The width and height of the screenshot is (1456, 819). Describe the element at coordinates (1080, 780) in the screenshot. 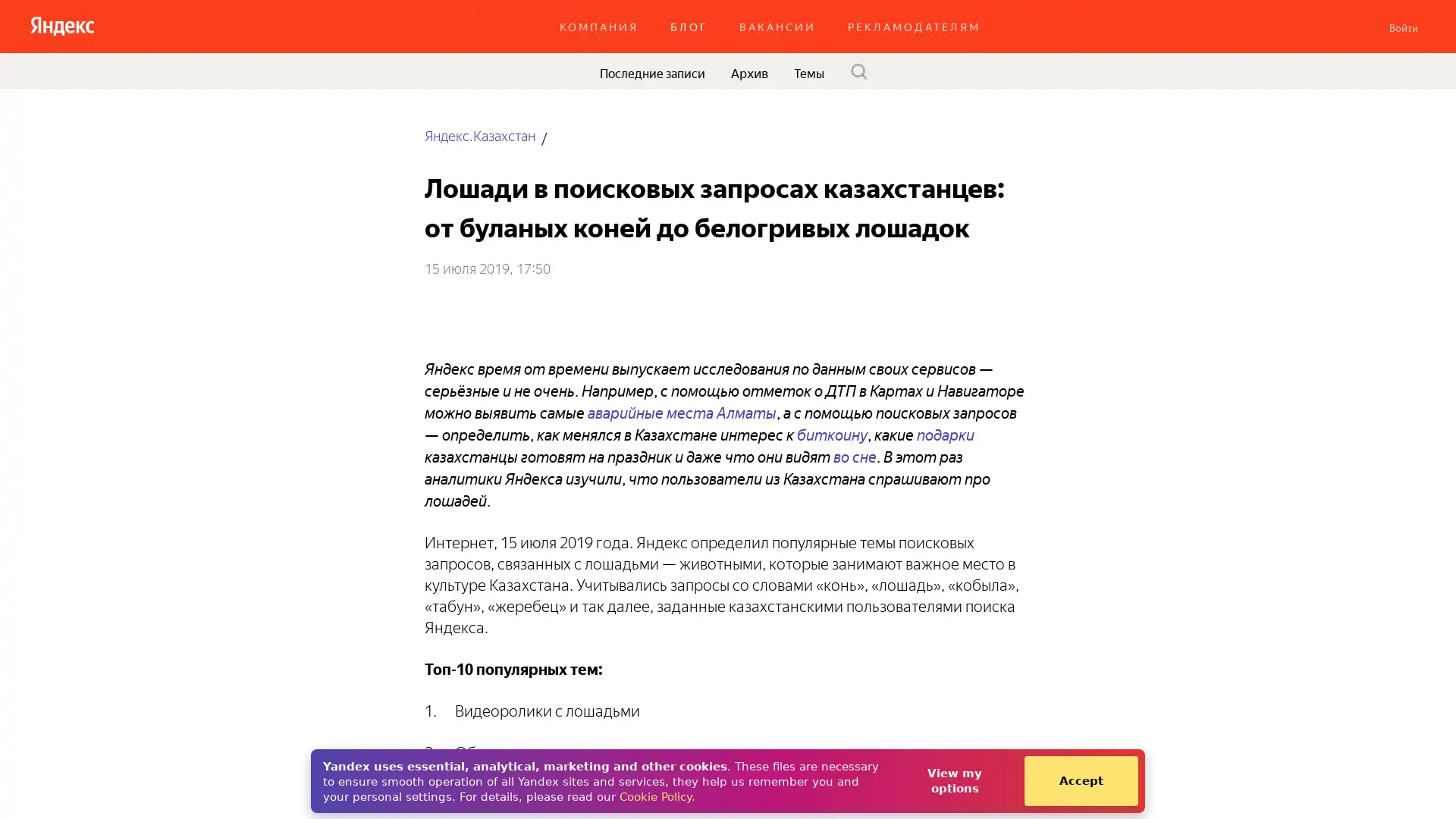

I see `Accept` at that location.